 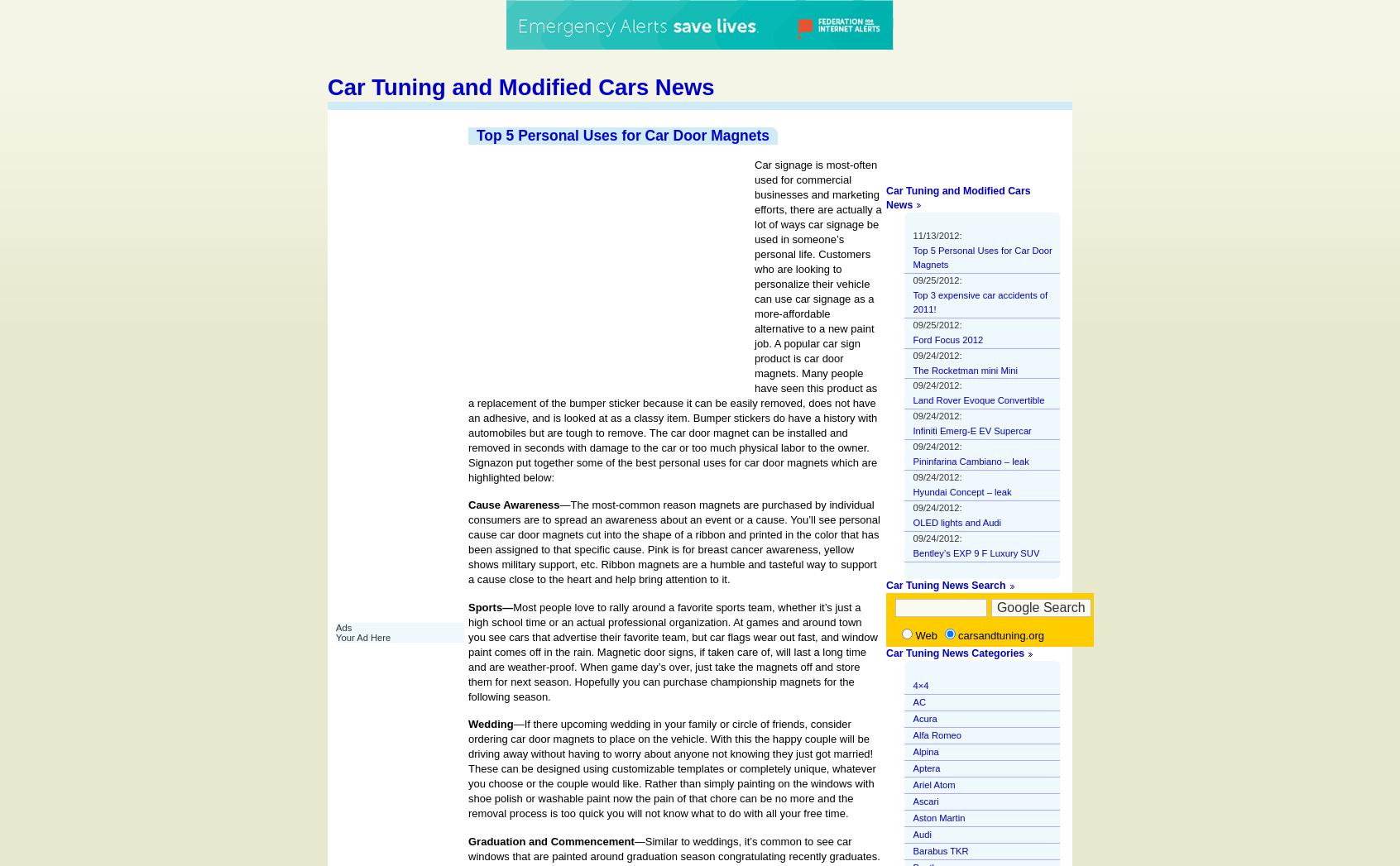 I want to click on 'AC', so click(x=913, y=701).